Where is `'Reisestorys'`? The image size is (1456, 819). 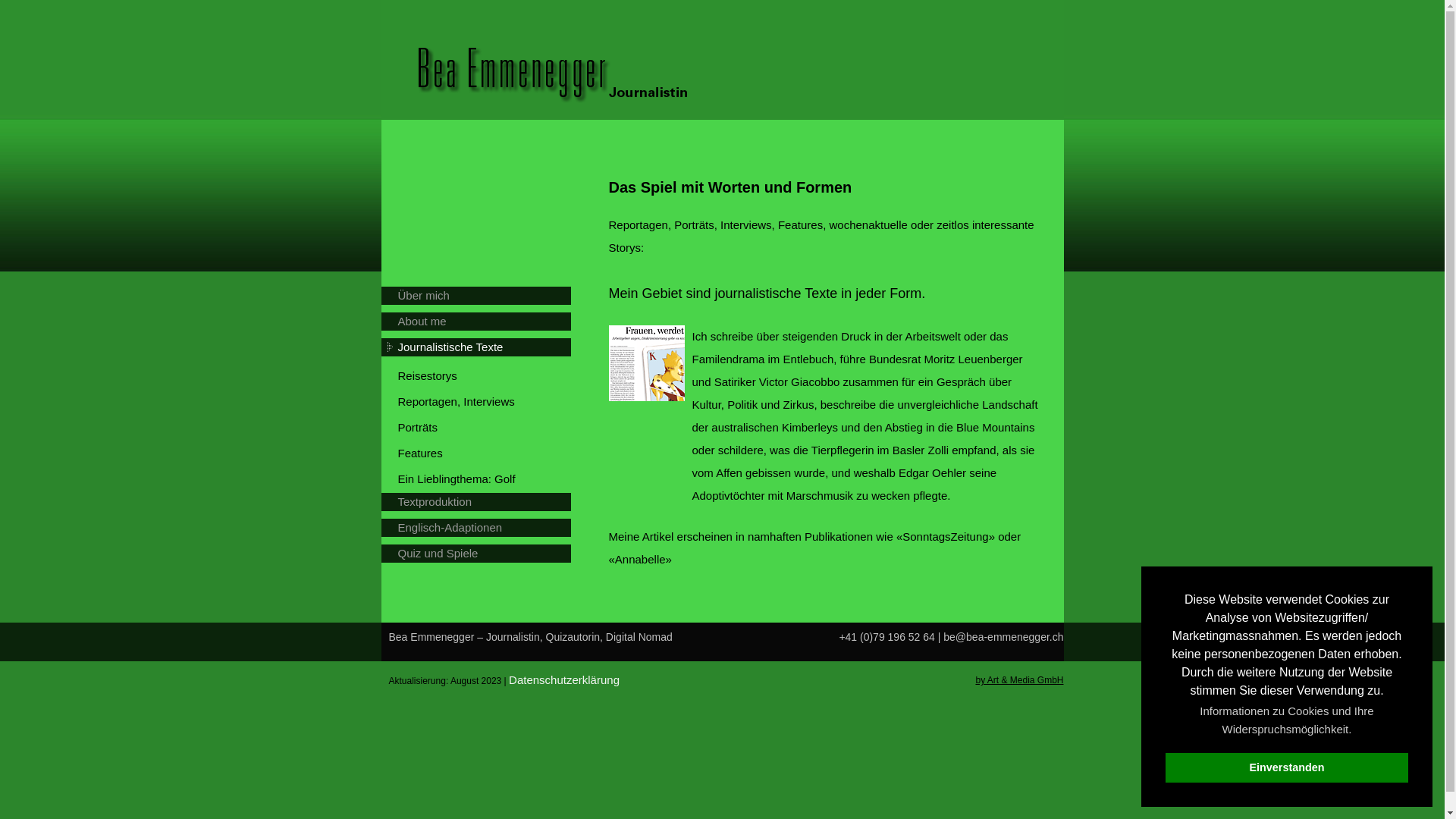
'Reisestorys' is located at coordinates (397, 375).